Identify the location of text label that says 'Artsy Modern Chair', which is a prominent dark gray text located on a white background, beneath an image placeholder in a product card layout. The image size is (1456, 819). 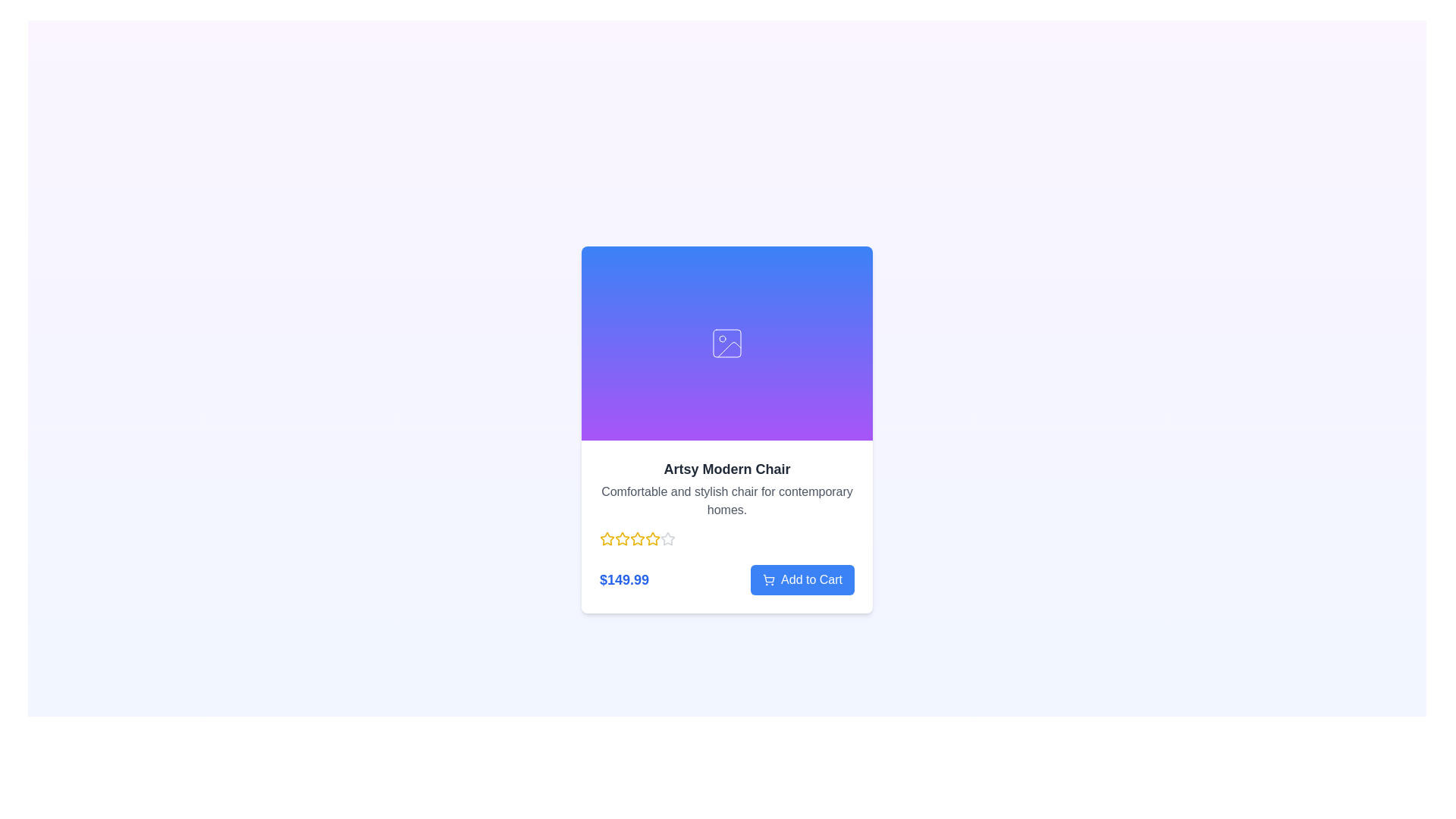
(726, 468).